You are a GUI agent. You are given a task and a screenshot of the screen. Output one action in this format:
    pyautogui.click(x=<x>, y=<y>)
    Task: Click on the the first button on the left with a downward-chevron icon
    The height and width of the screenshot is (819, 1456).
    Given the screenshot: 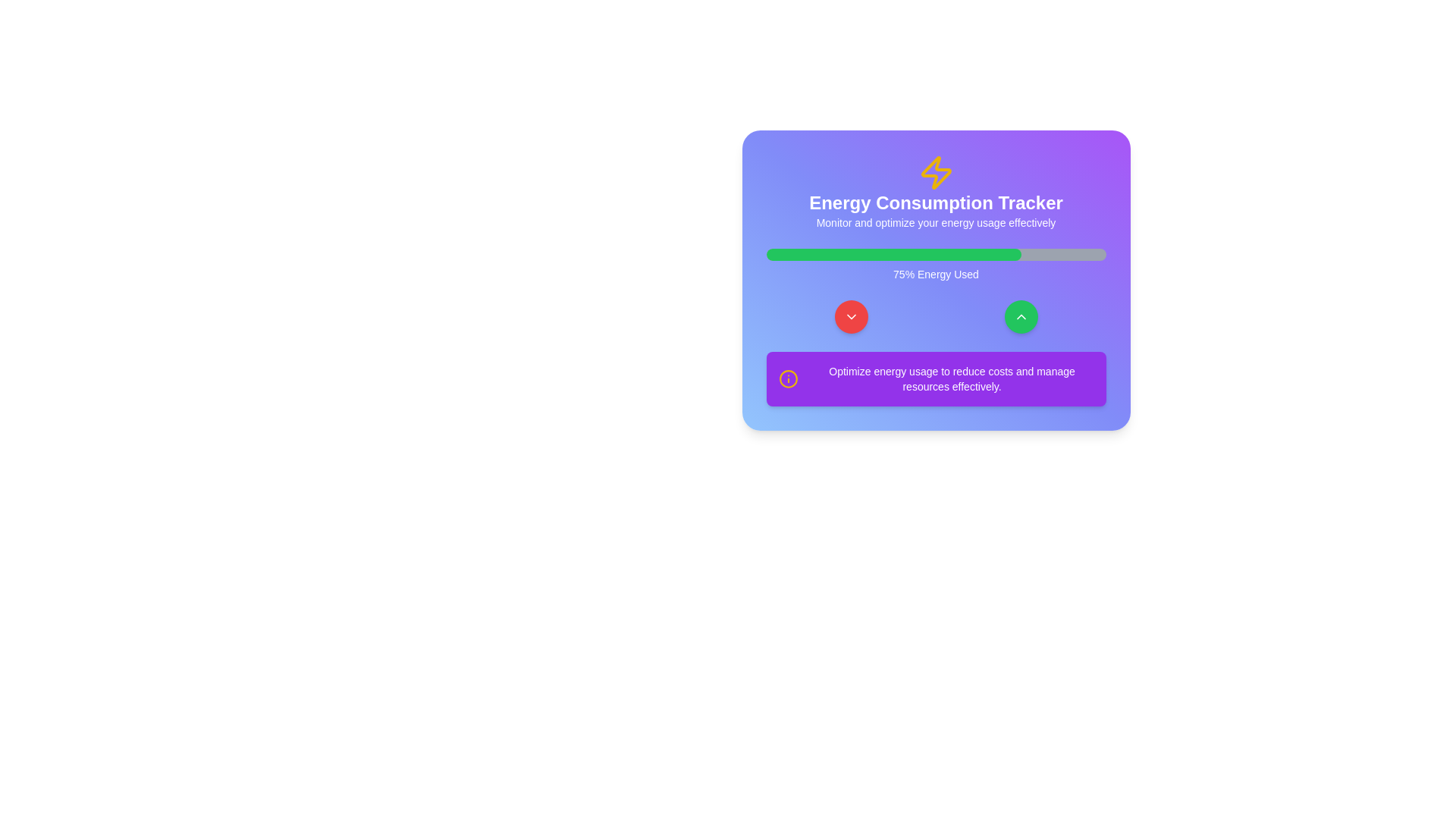 What is the action you would take?
    pyautogui.click(x=851, y=315)
    